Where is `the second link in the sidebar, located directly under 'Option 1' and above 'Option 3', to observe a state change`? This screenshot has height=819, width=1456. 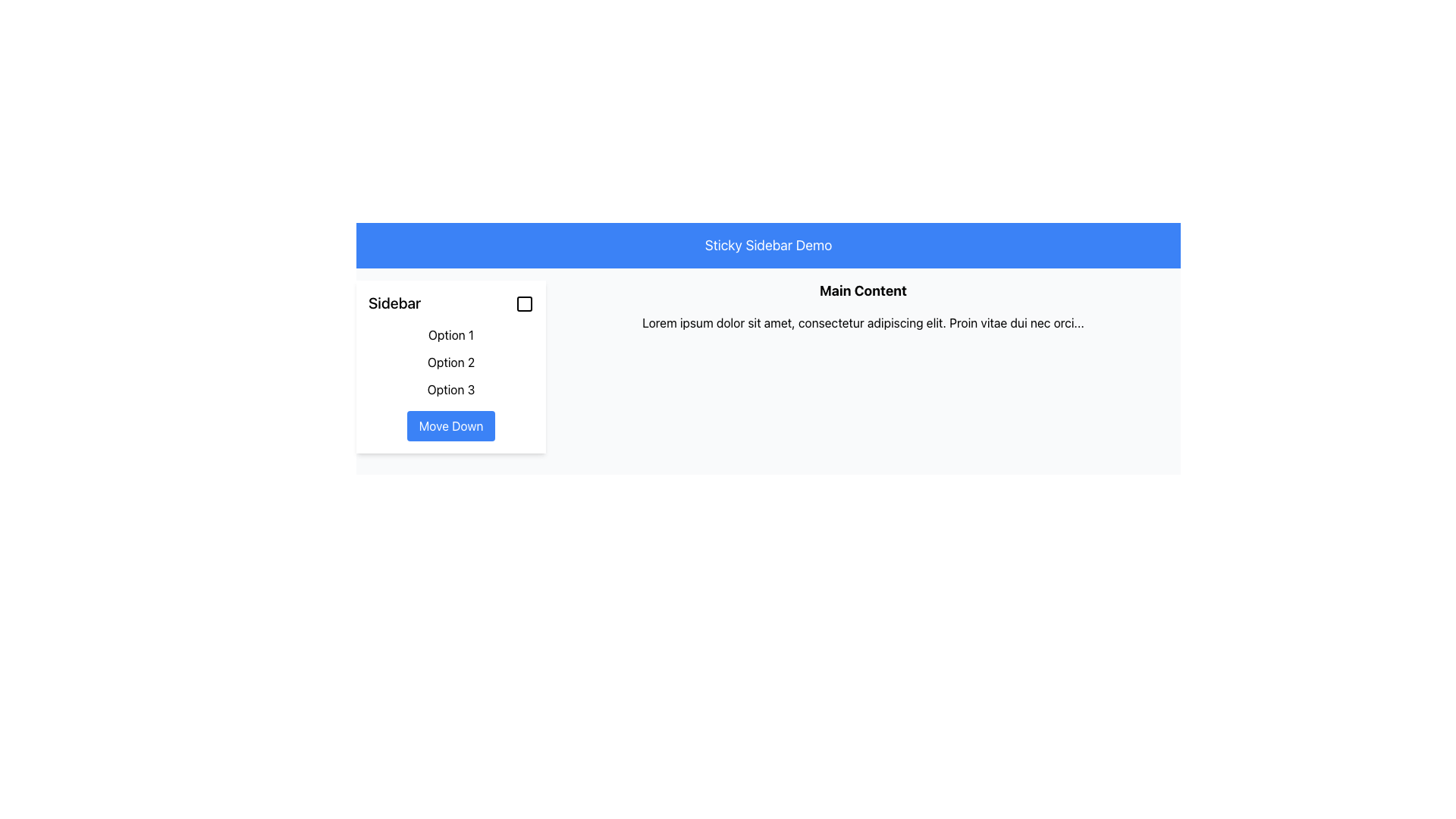
the second link in the sidebar, located directly under 'Option 1' and above 'Option 3', to observe a state change is located at coordinates (450, 362).